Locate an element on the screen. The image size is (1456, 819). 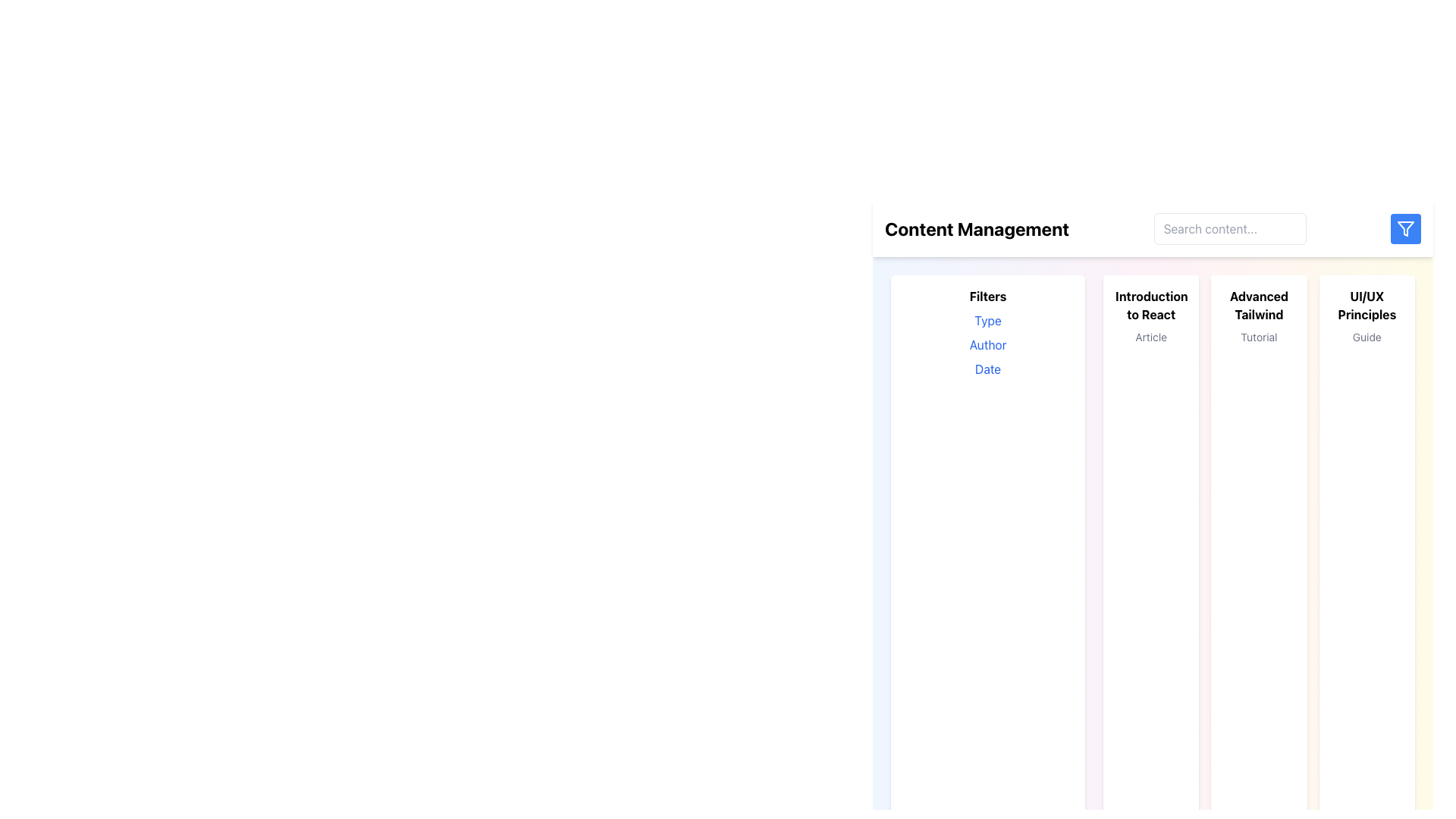
the text label that serves as a heading for the filter section located in the sidebar on the left-hand side of the interface is located at coordinates (987, 296).